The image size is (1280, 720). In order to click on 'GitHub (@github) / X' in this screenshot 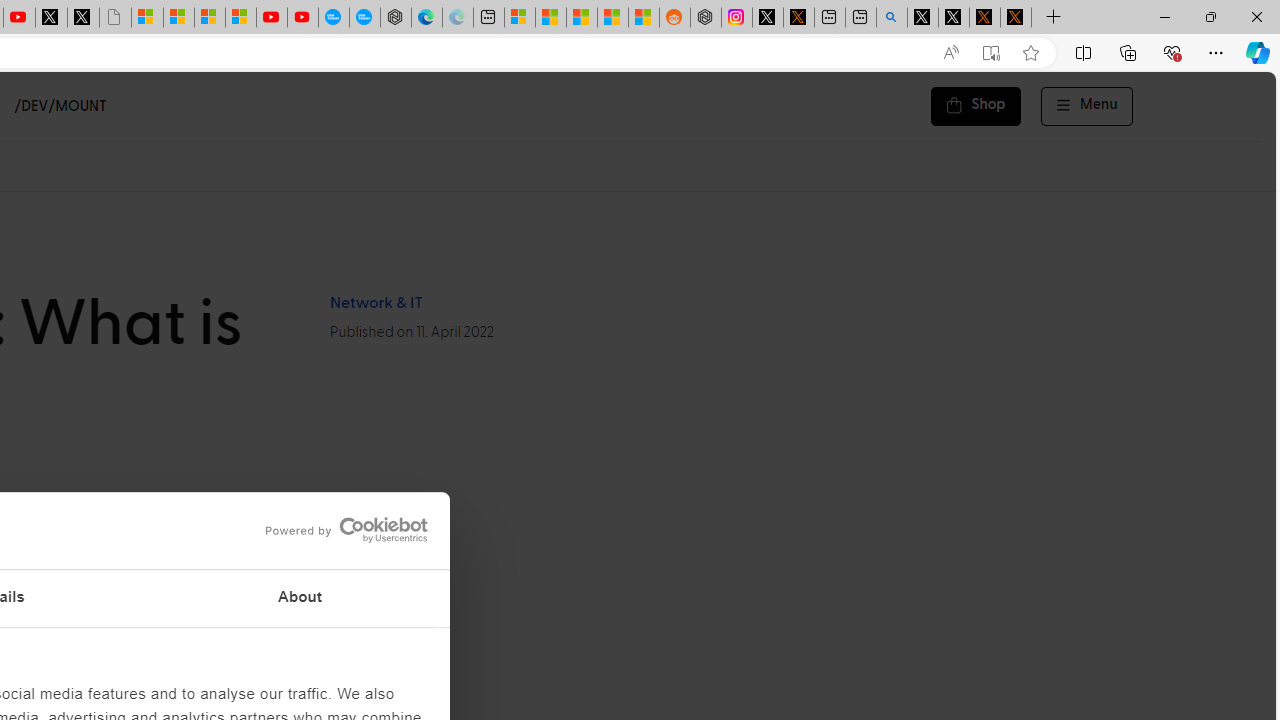, I will do `click(953, 17)`.